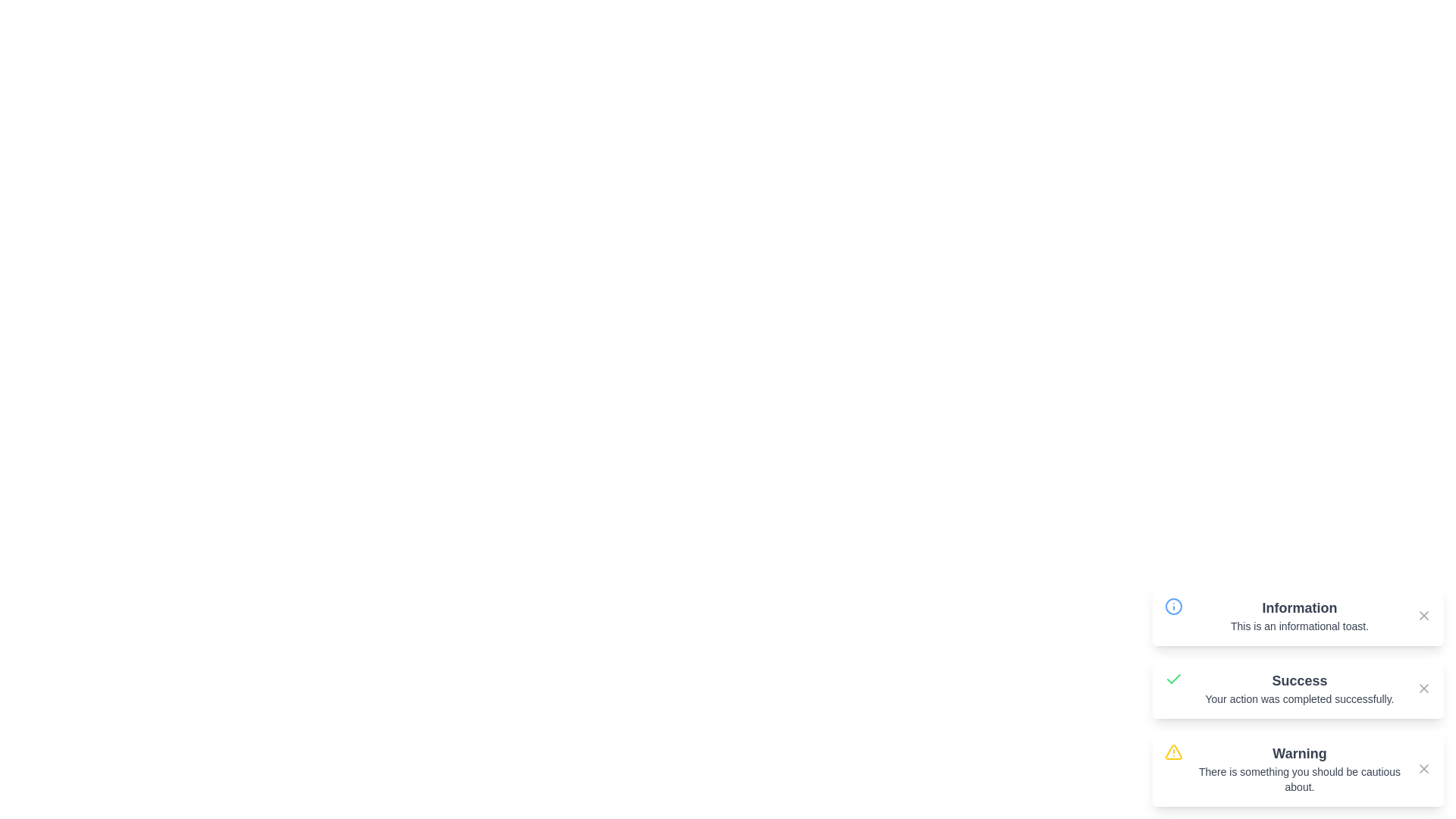  Describe the element at coordinates (1173, 688) in the screenshot. I see `the success icon located on the left side of the notification that indicates 'Success' and 'Your action was completed successfully.'` at that location.